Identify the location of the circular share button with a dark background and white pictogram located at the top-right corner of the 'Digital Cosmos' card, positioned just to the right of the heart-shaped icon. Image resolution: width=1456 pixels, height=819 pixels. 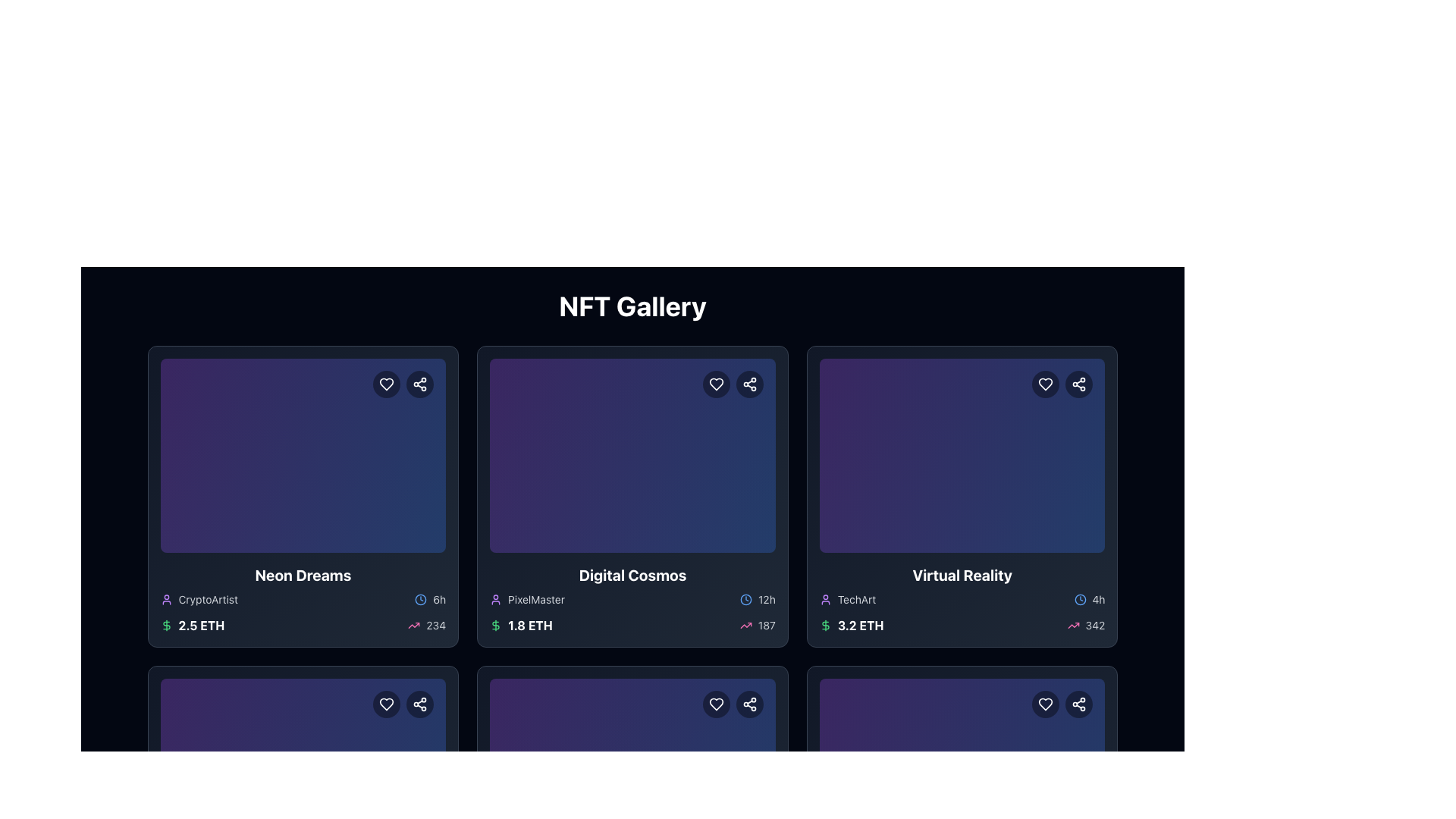
(749, 383).